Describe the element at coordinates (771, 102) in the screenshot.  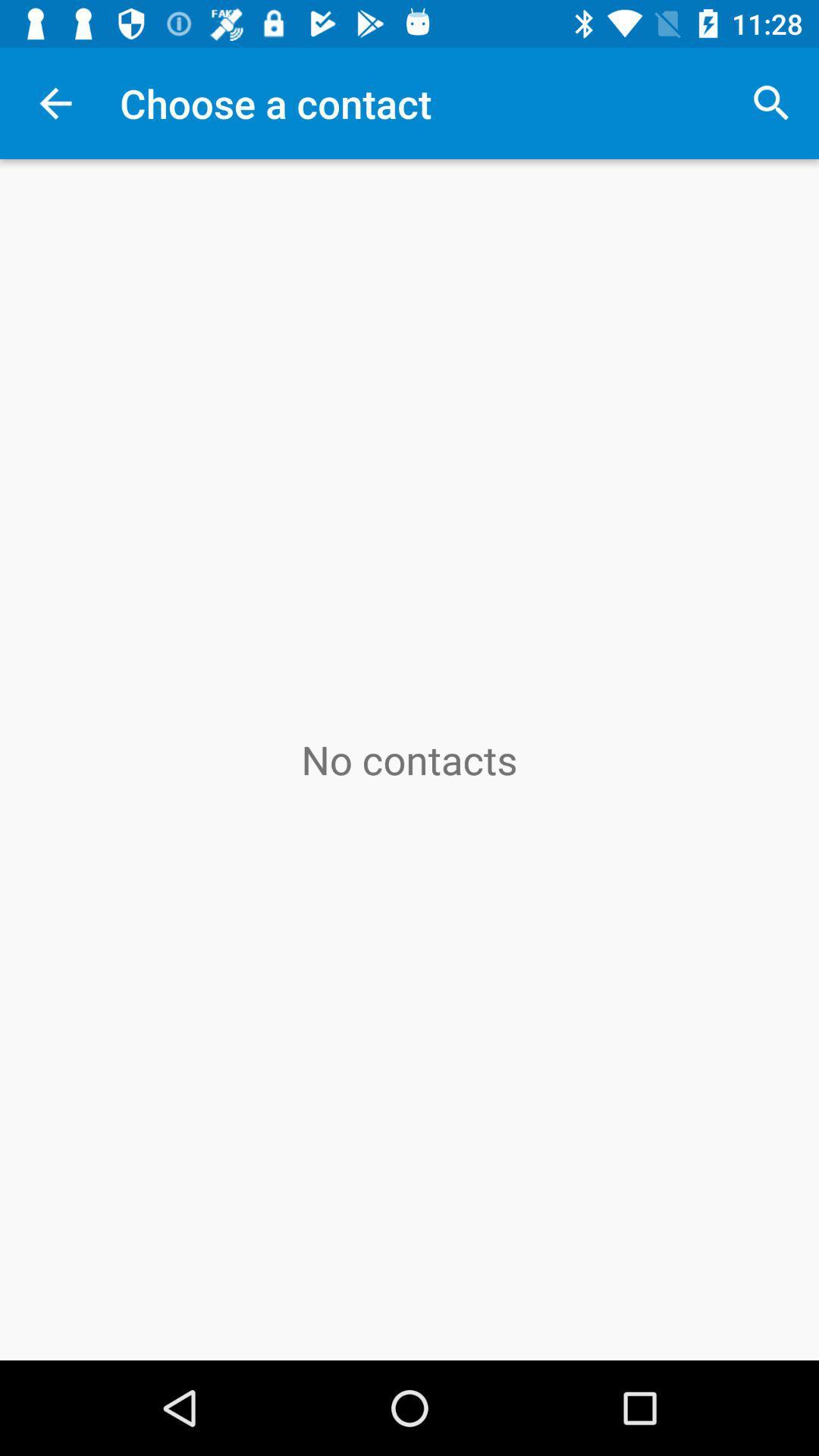
I see `the icon next to choose a contact item` at that location.